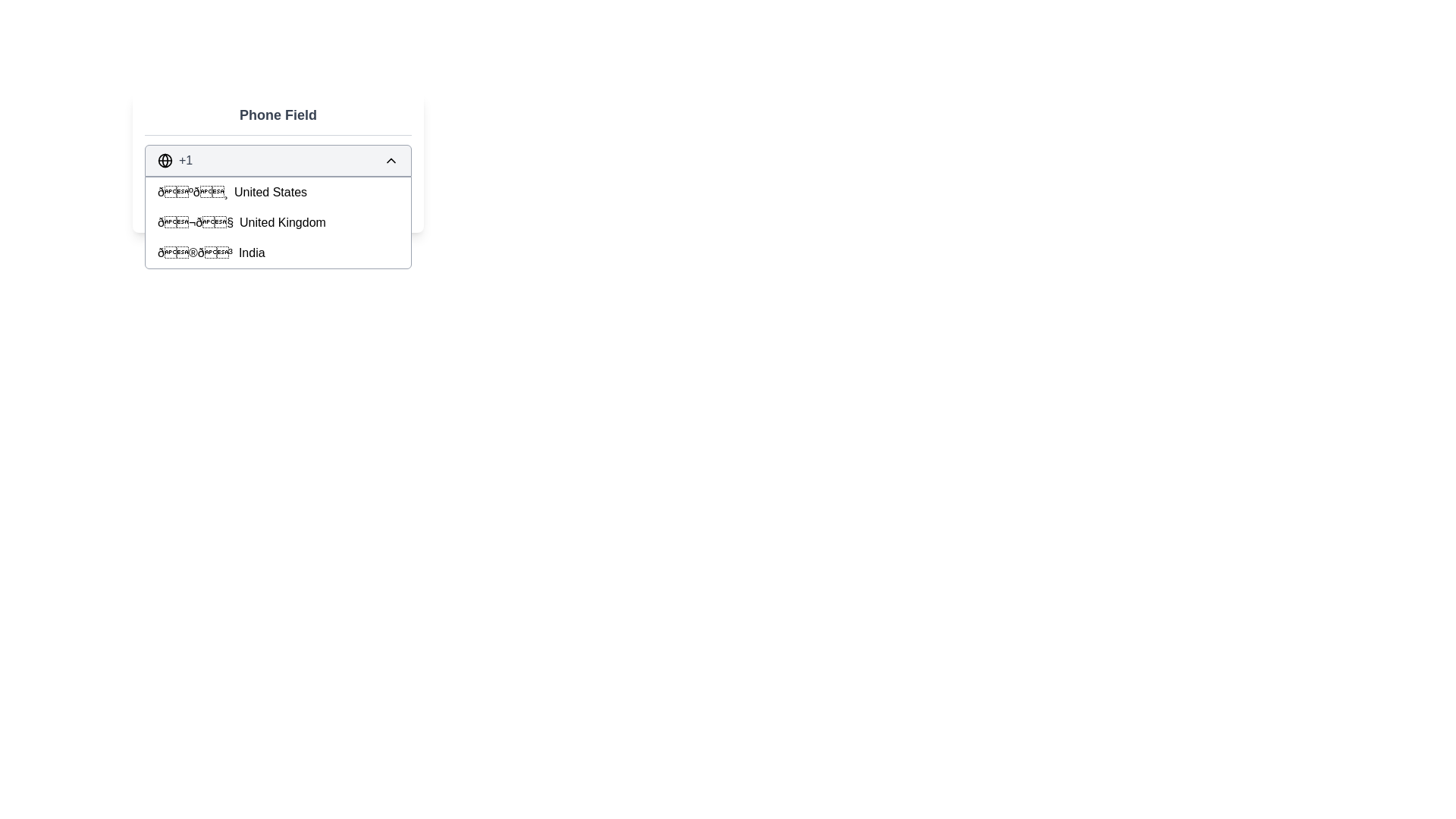 The width and height of the screenshot is (1456, 819). I want to click on the 'United Kingdom' option in the dropdown menu, so click(278, 222).